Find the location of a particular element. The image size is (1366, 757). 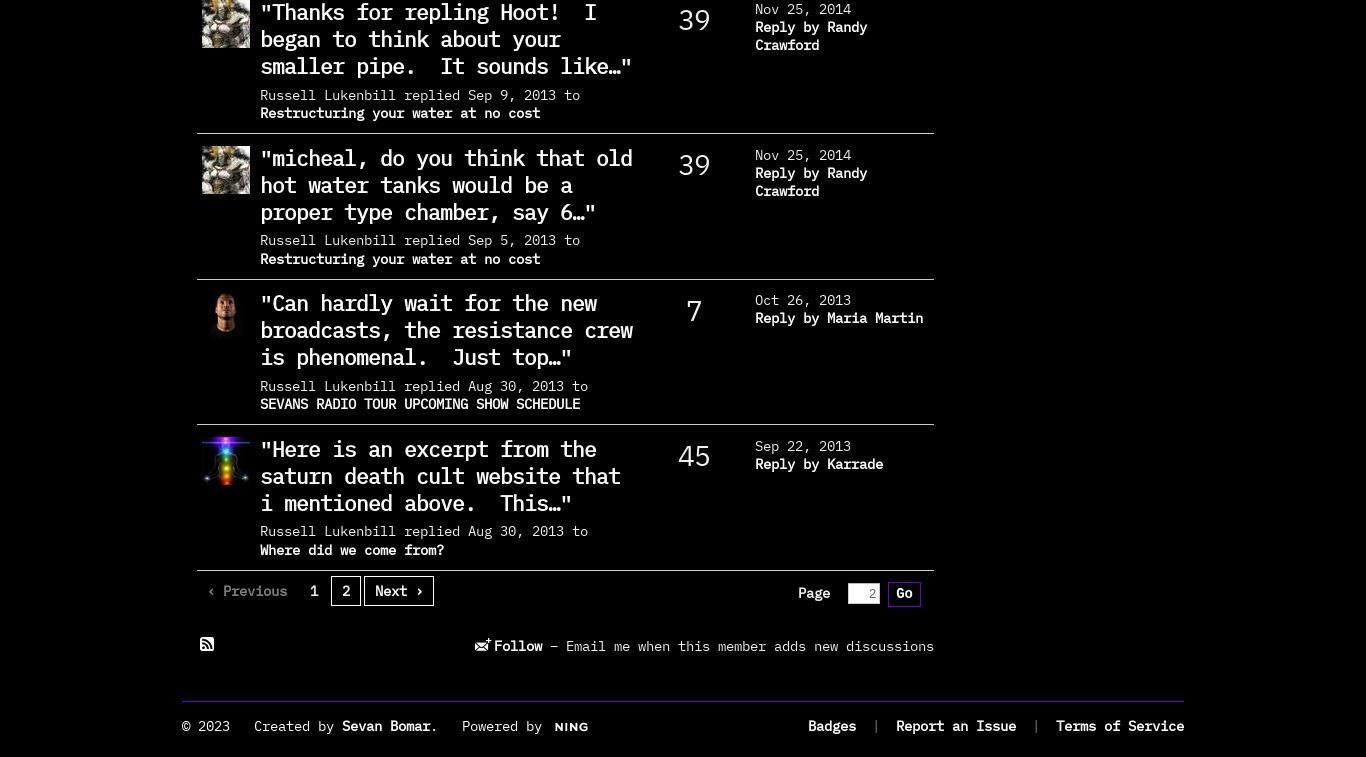

'Page' is located at coordinates (812, 593).